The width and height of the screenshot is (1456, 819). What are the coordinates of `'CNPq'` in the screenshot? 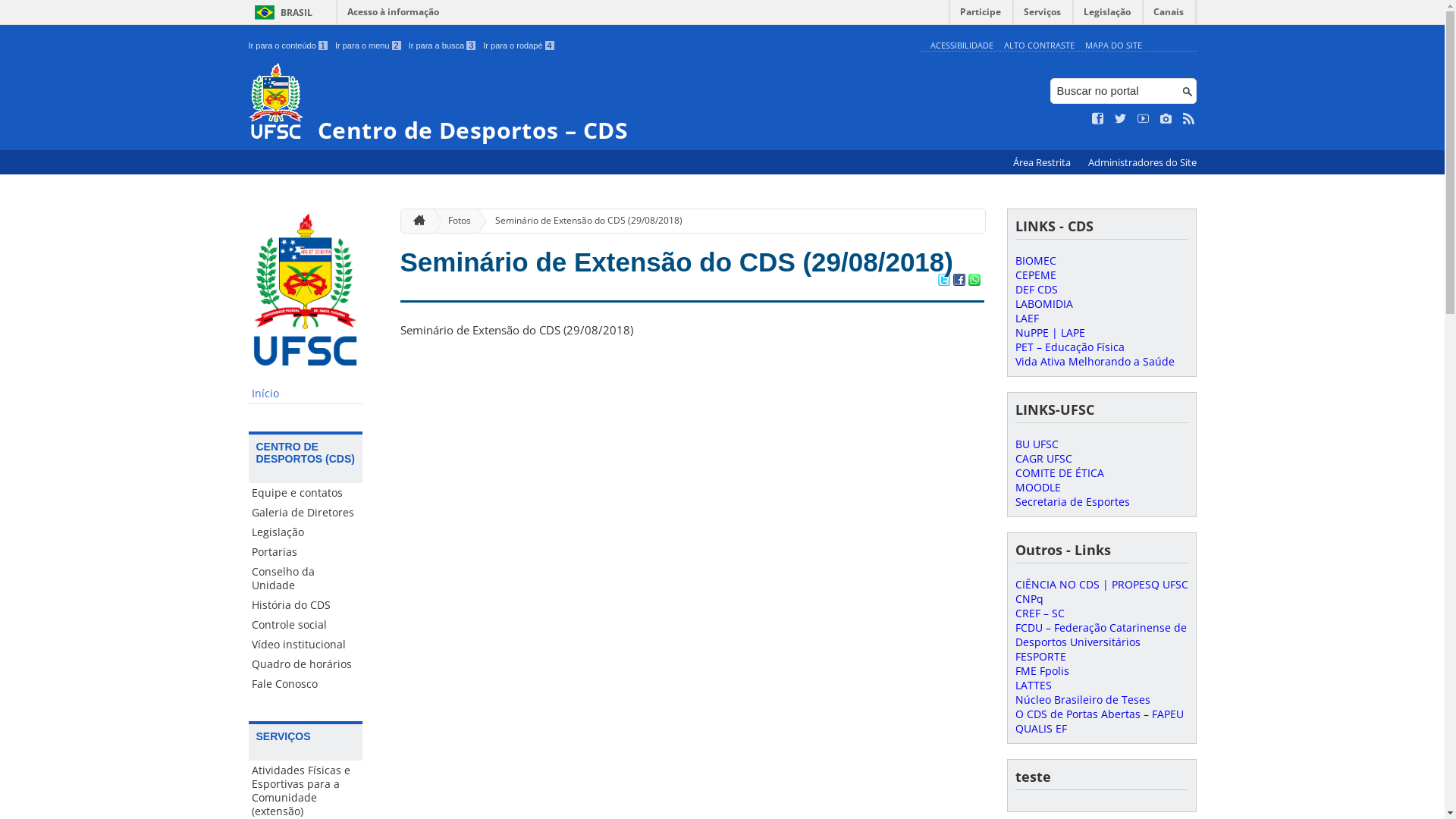 It's located at (1028, 598).